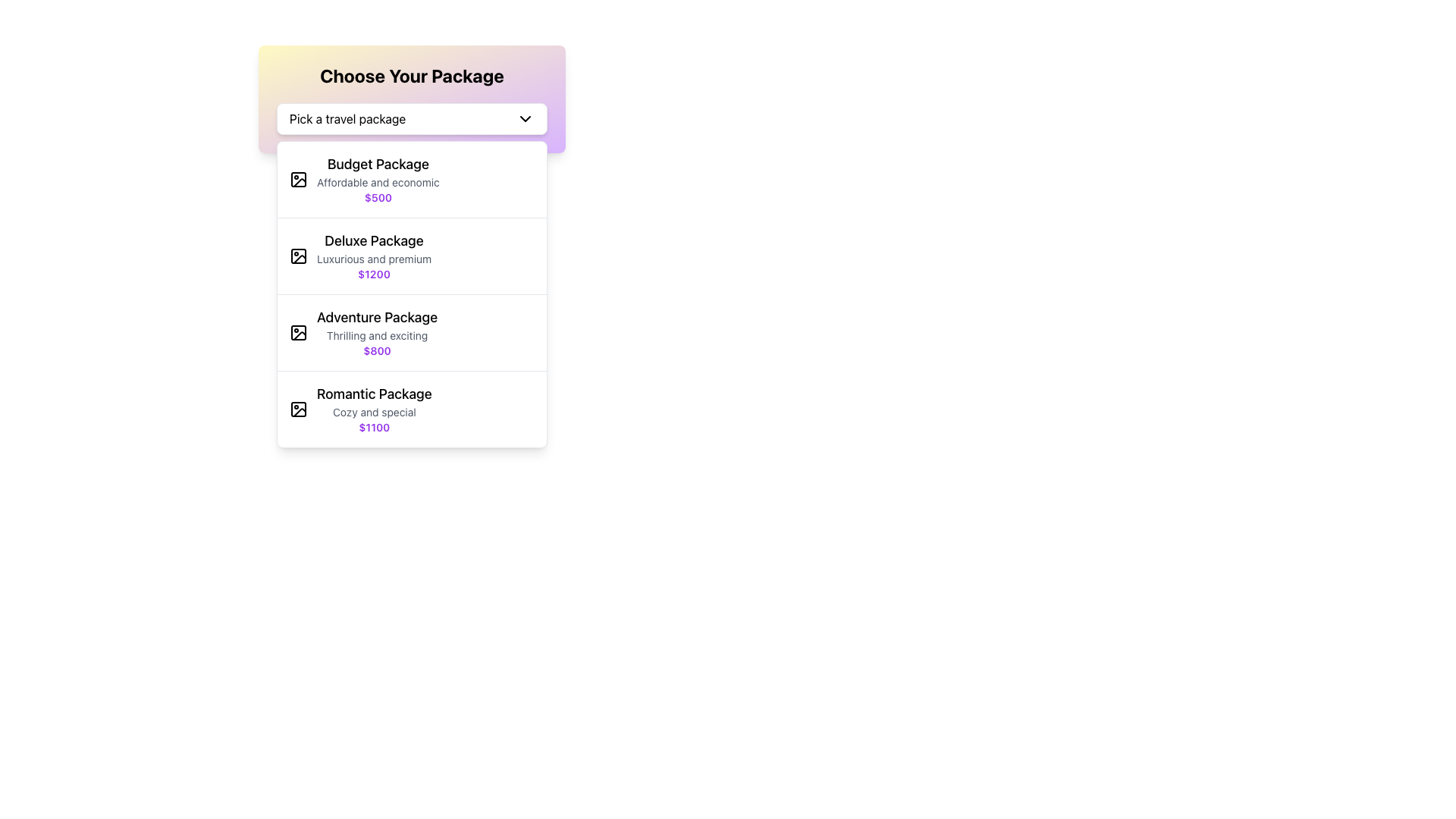 This screenshot has height=819, width=1456. Describe the element at coordinates (412, 118) in the screenshot. I see `the 'Pick a travel package' dropdown menu` at that location.